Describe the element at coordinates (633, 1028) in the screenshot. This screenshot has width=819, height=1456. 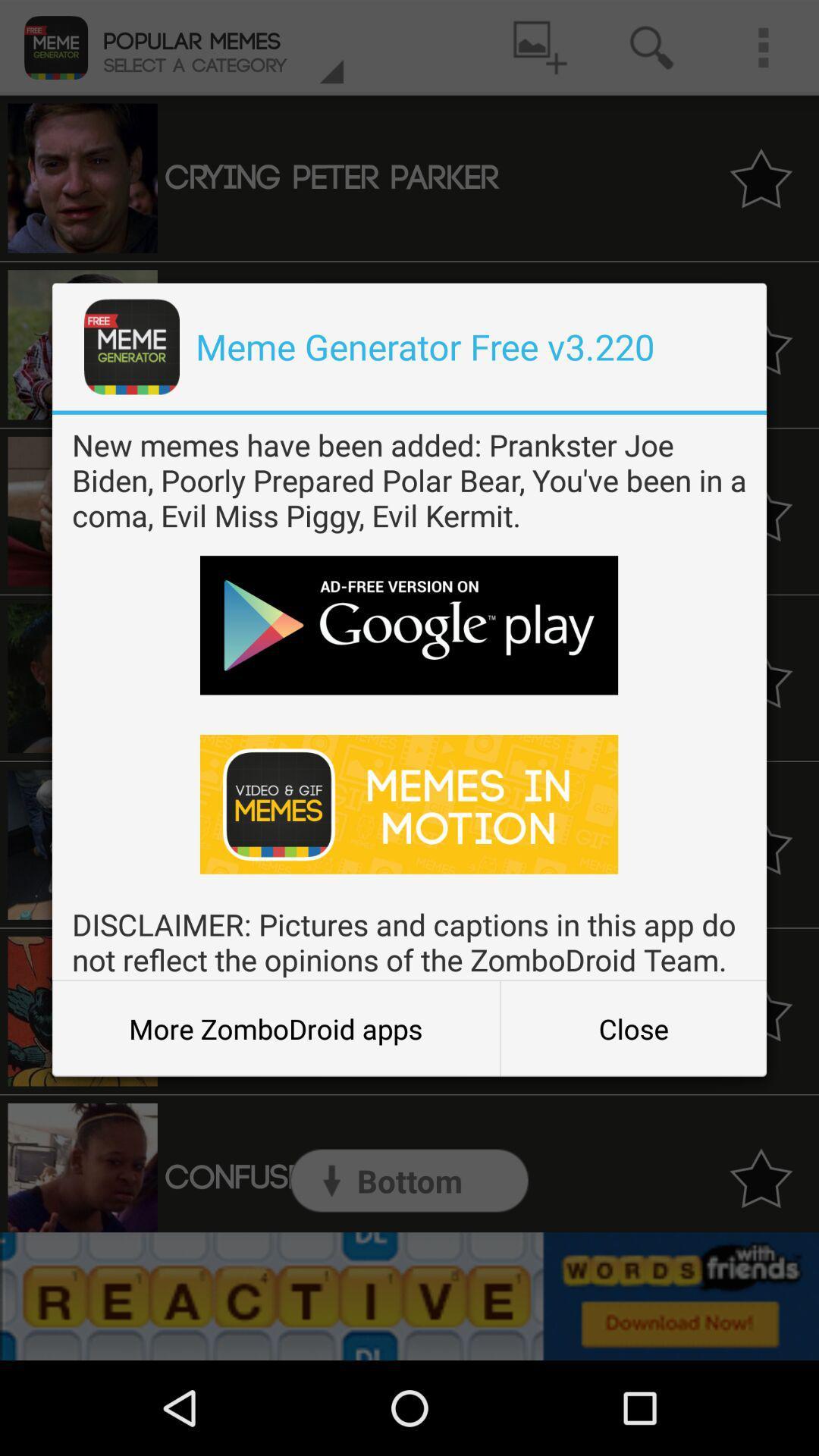
I see `the close icon` at that location.